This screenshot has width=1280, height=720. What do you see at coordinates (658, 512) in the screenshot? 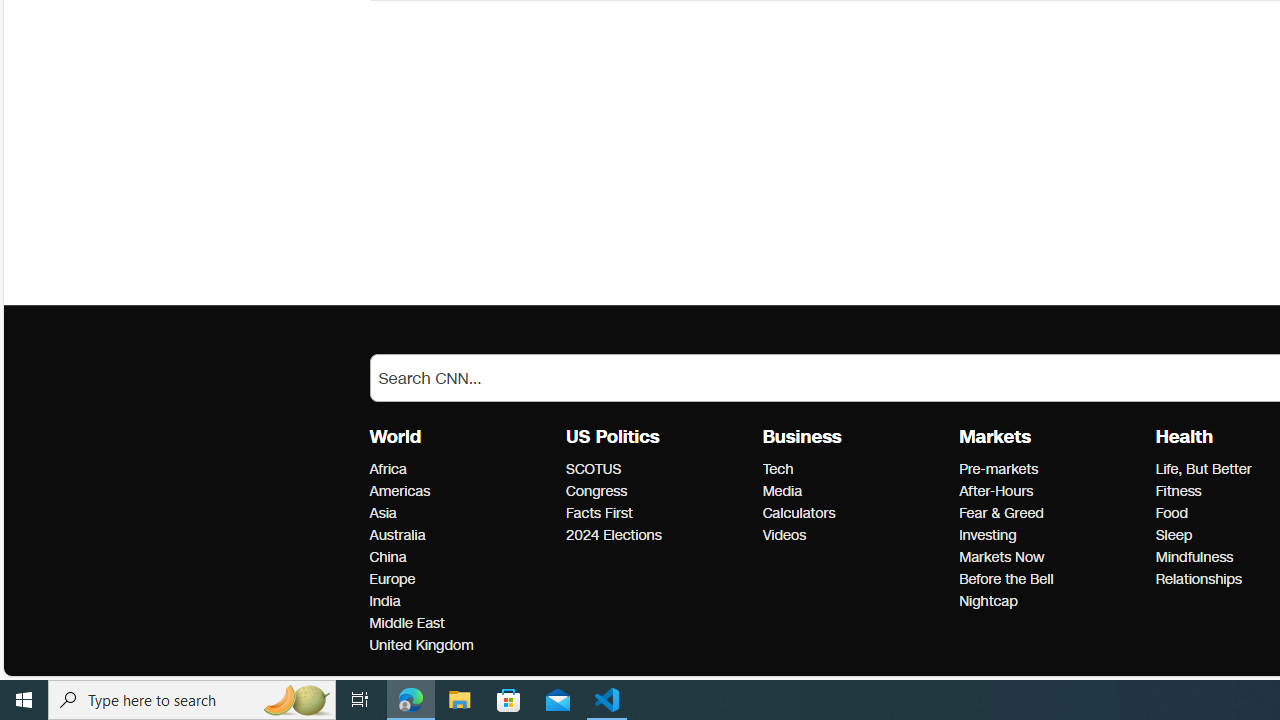
I see `'Facts First'` at bounding box center [658, 512].